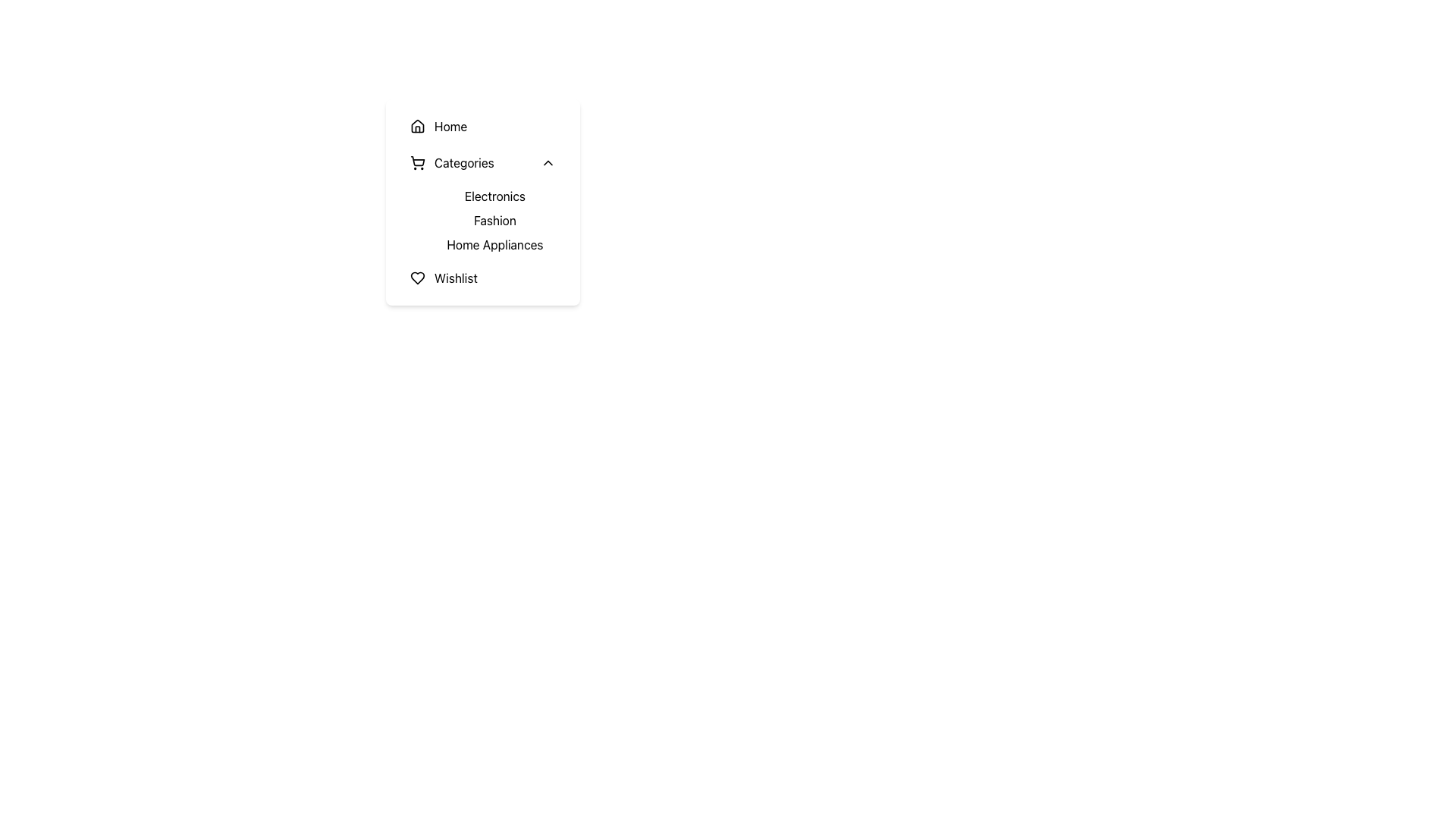 The width and height of the screenshot is (1456, 819). I want to click on the house-shaped icon located to the left of the 'Home' text label, which serves as a visual cue for navigation, so click(418, 125).